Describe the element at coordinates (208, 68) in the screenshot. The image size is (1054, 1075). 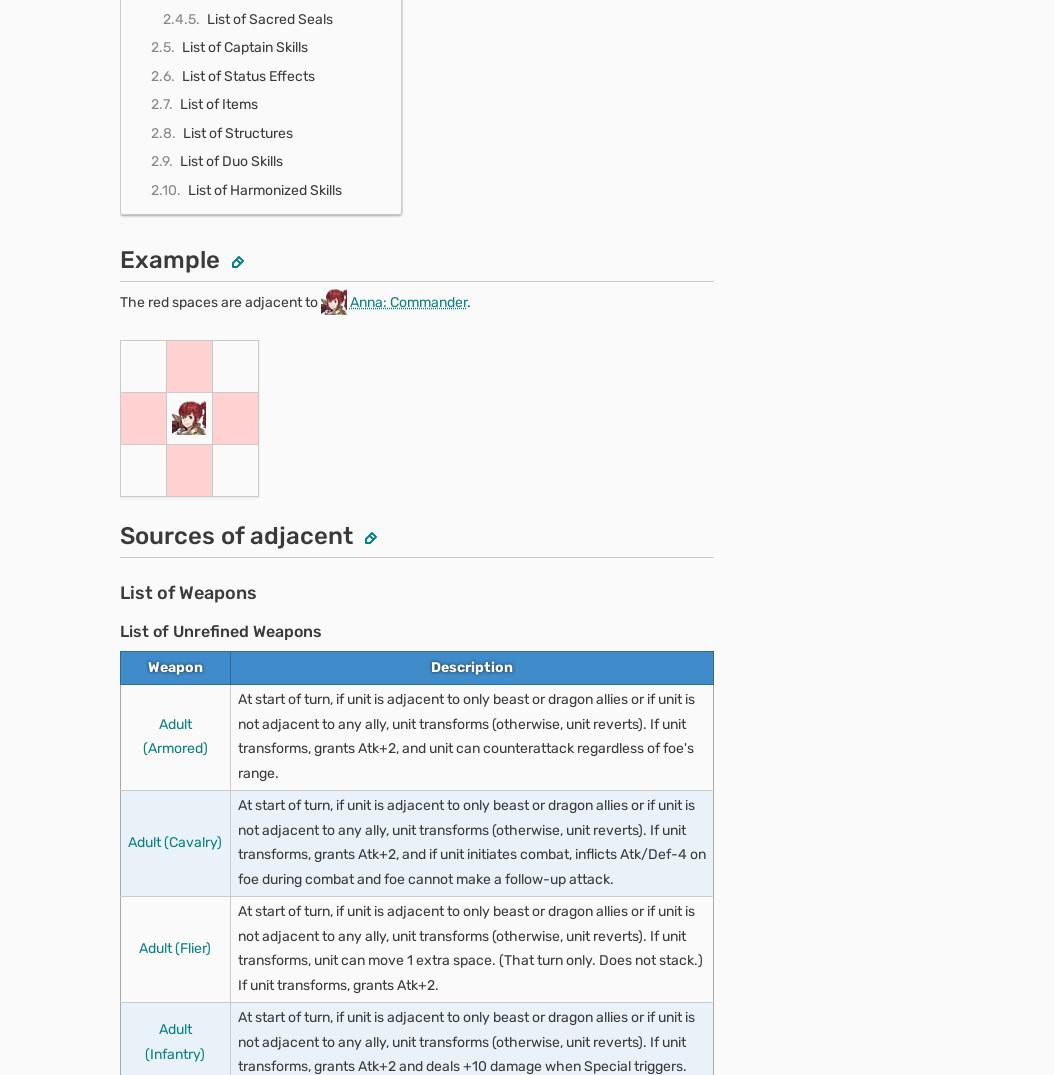
I see `'Inf. Null Follow 2'` at that location.